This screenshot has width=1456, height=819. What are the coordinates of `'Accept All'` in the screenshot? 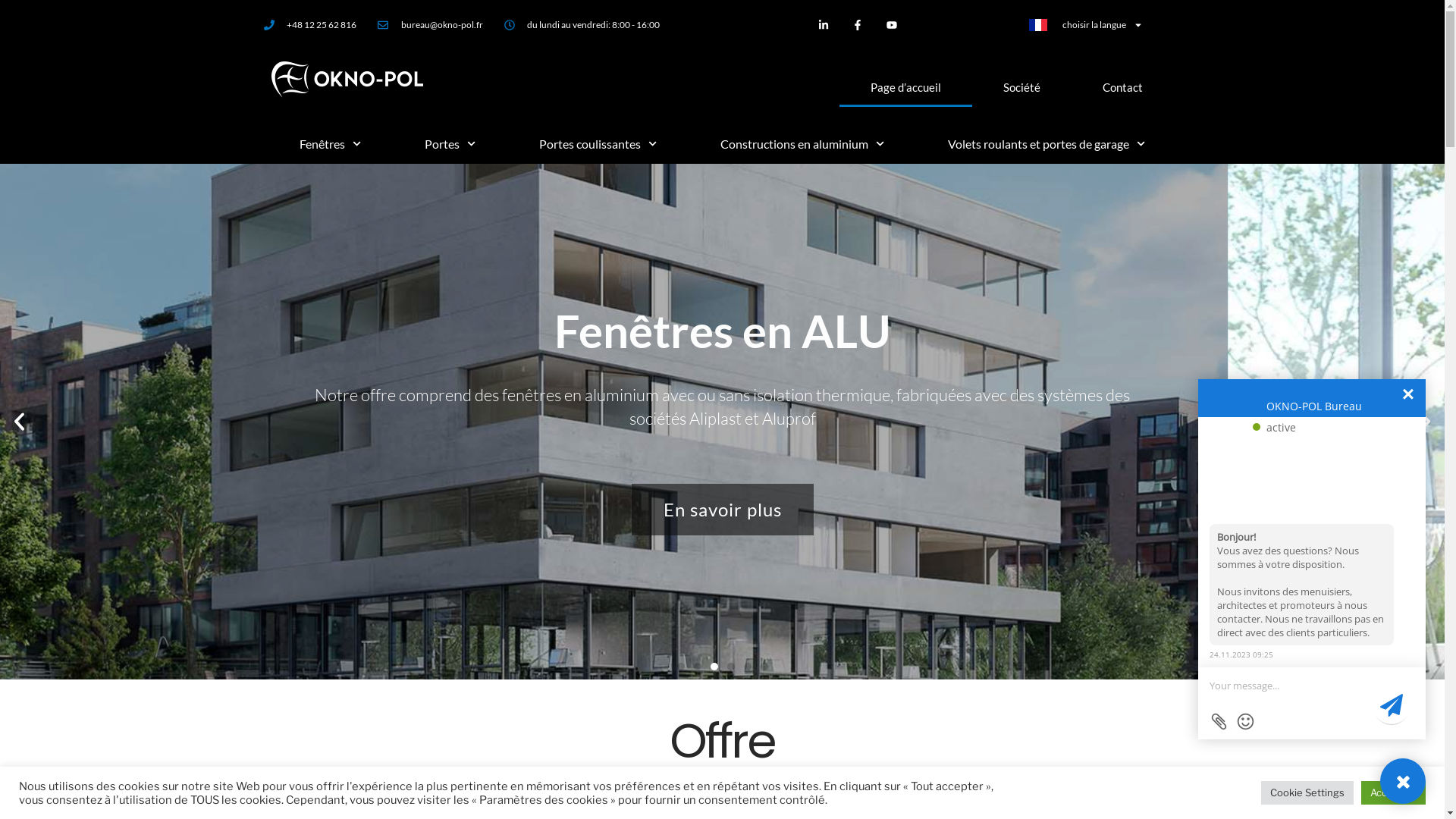 It's located at (1393, 792).